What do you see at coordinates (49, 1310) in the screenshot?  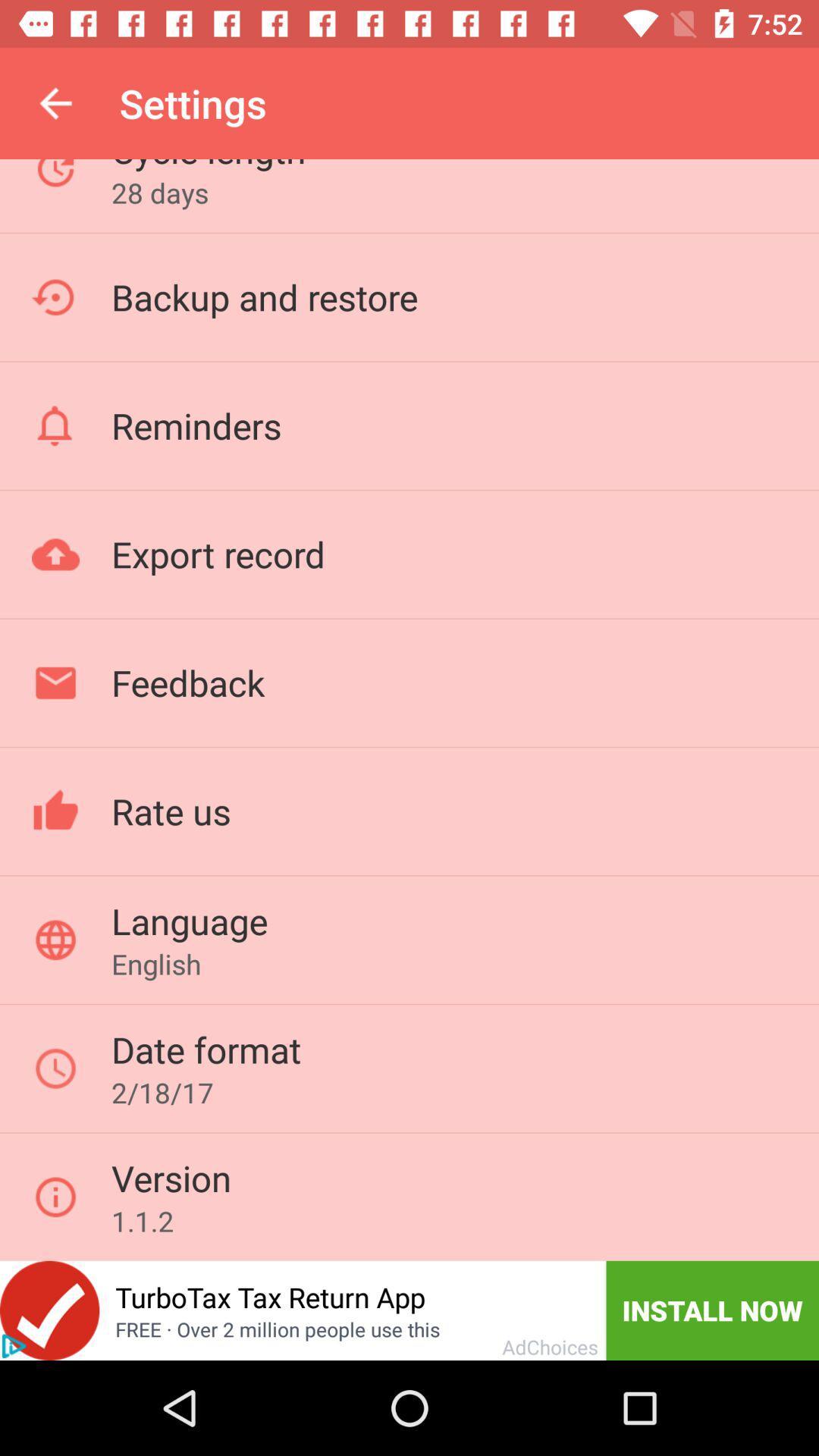 I see `this app` at bounding box center [49, 1310].